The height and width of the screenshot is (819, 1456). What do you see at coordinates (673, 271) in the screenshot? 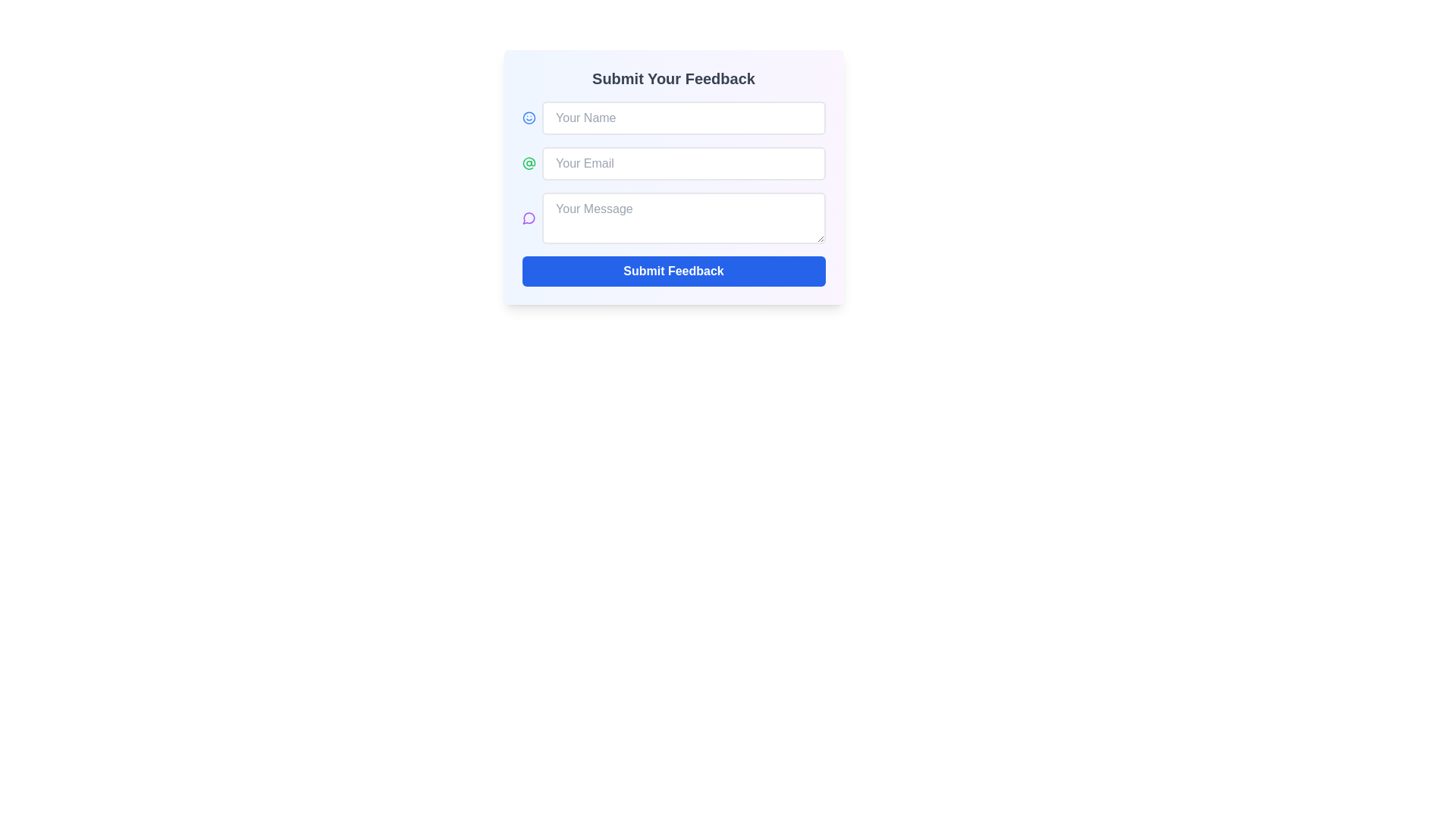
I see `the blue 'Submit Feedback' button at the bottom of the form interface to observe its visual changes` at bounding box center [673, 271].